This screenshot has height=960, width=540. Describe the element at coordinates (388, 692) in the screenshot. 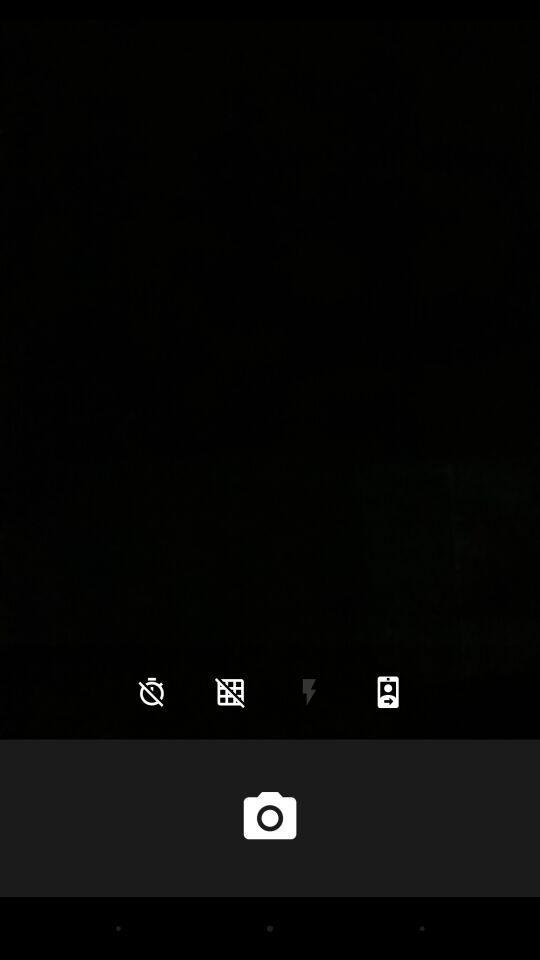

I see `icon at the bottom right corner` at that location.